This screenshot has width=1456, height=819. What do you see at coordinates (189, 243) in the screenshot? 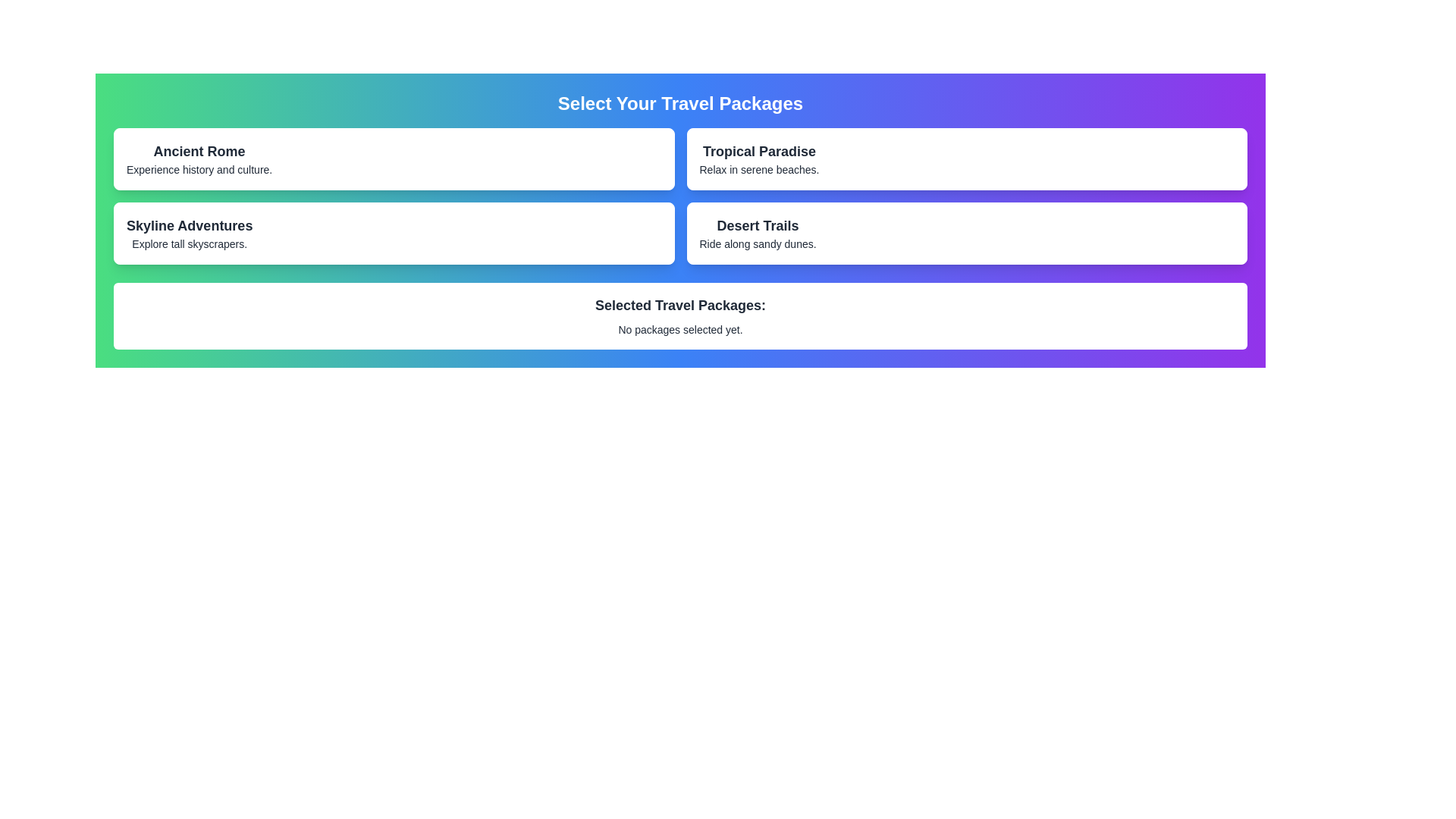
I see `the descriptive subtitle text label located directly under the heading 'Skyline Adventures' in the travel package list` at bounding box center [189, 243].